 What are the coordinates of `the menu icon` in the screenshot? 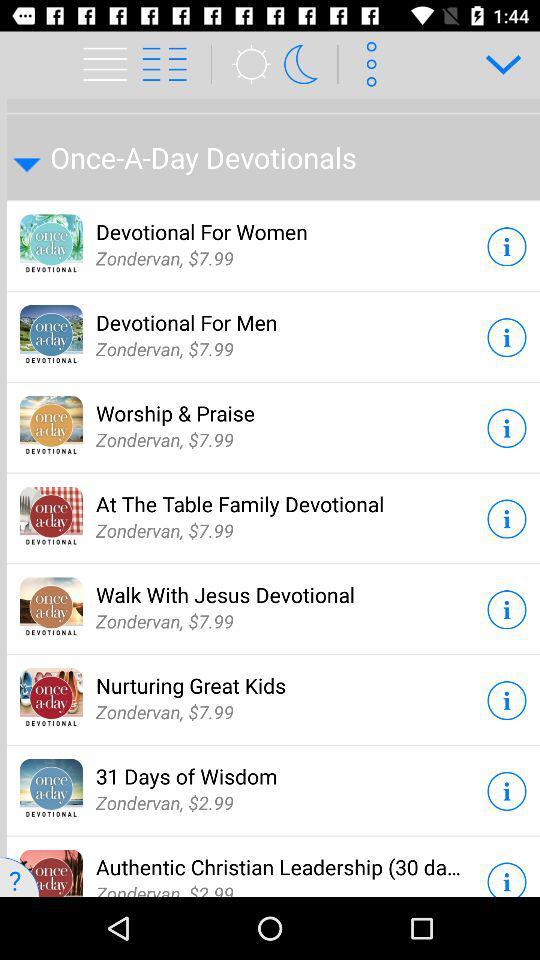 It's located at (108, 64).